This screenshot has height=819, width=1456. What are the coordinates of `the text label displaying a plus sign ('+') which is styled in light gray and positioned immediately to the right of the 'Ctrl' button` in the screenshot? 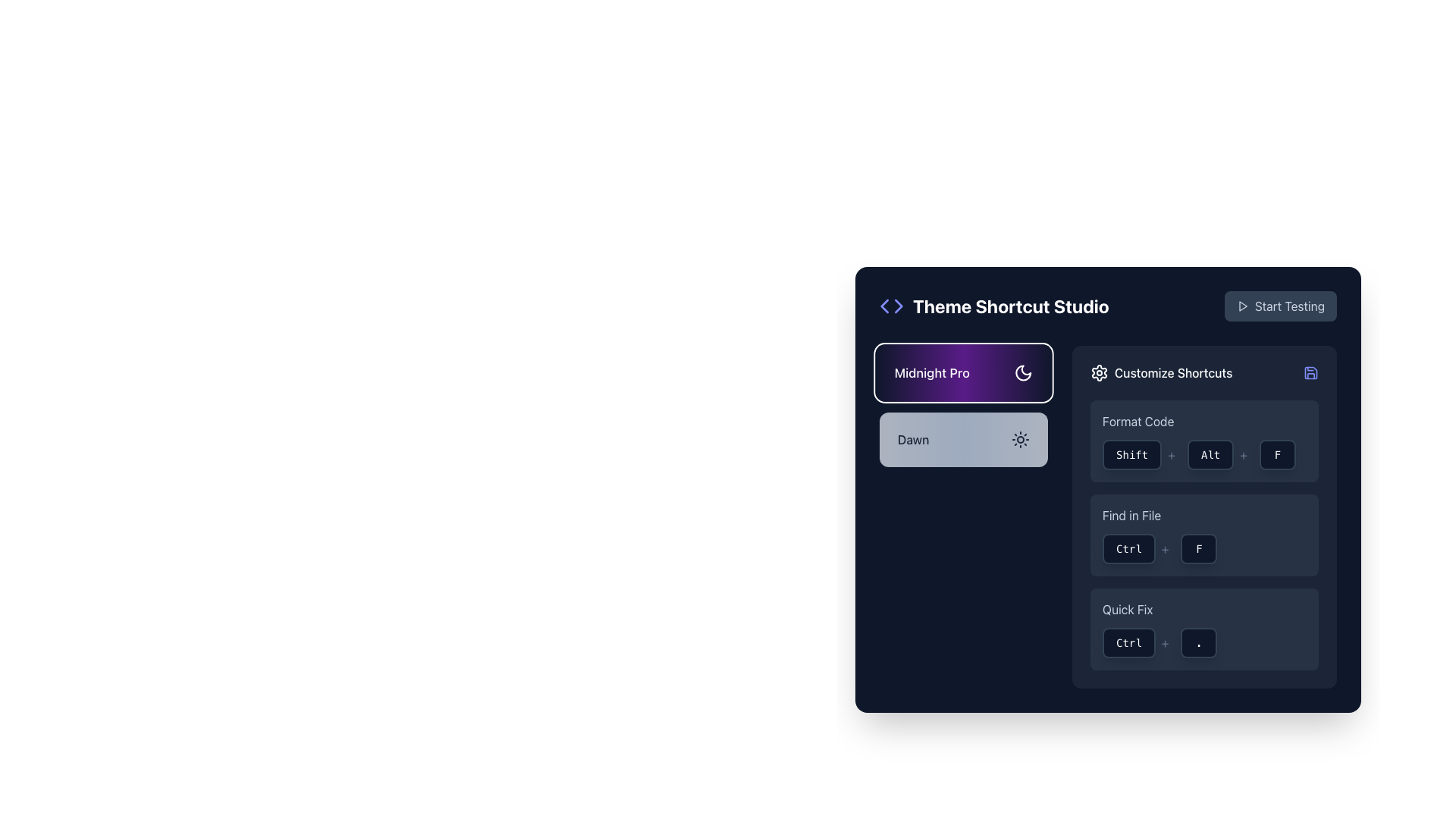 It's located at (1164, 549).